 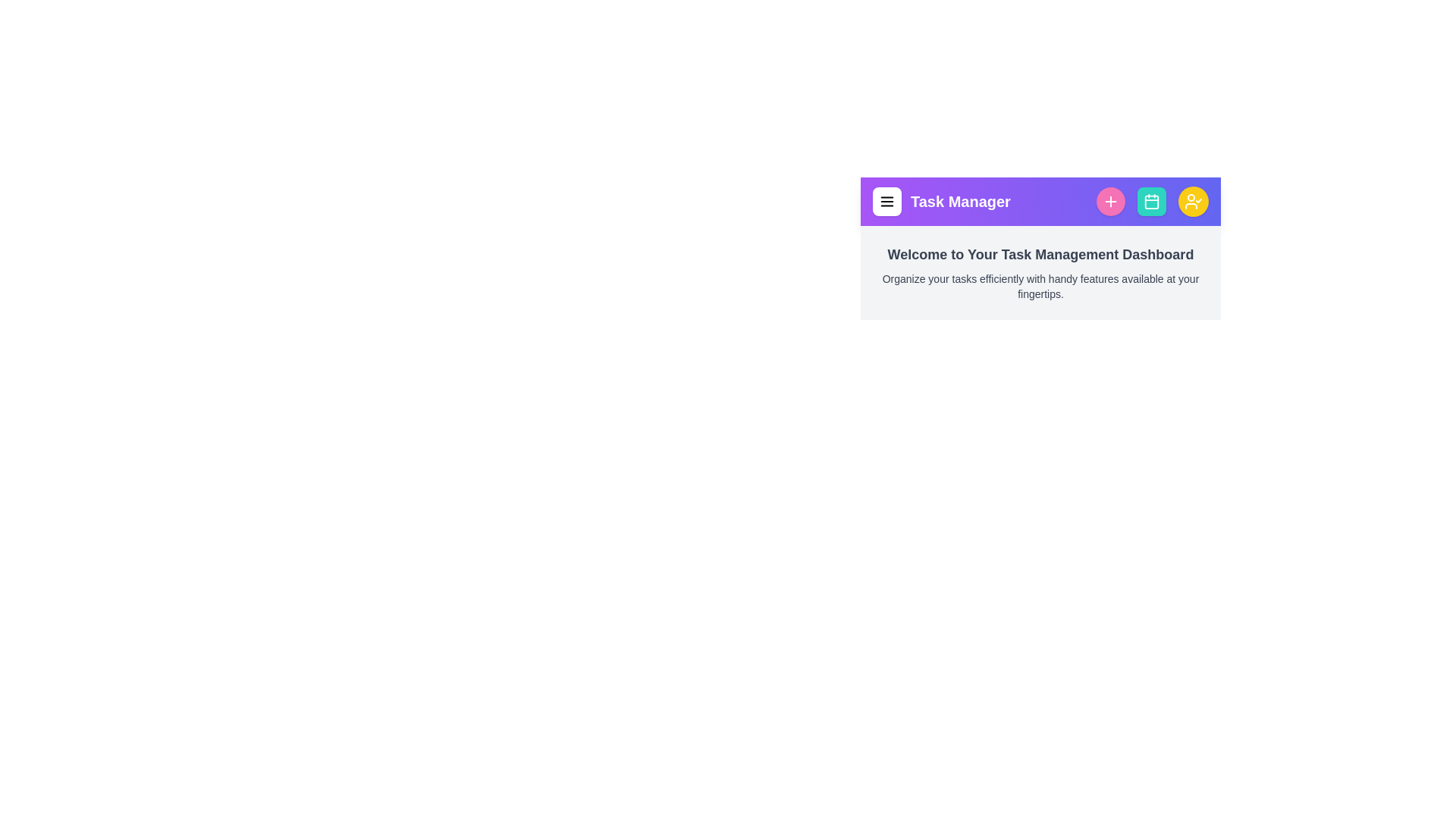 I want to click on plus button to add a new task, so click(x=1110, y=201).